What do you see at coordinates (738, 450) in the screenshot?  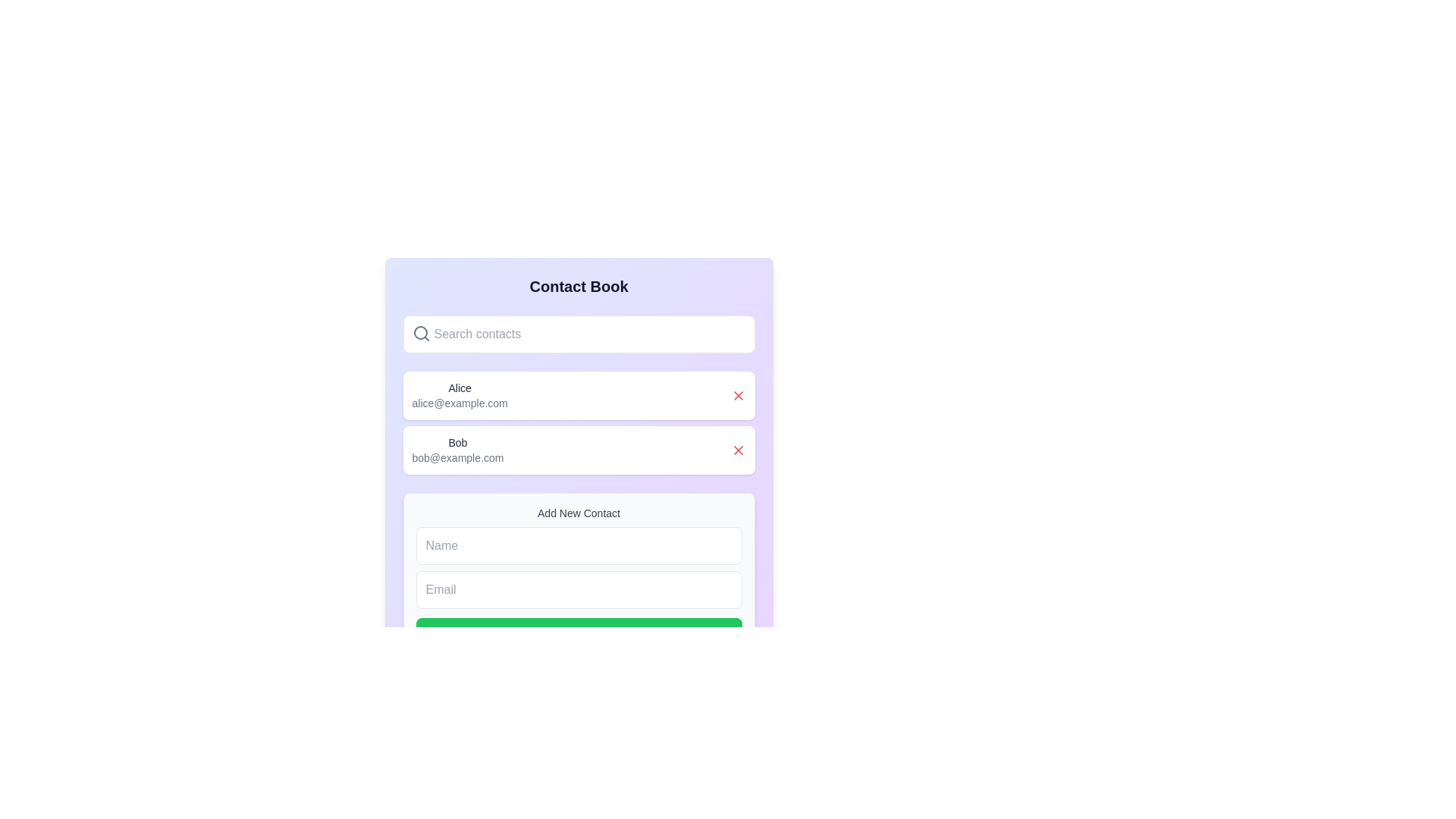 I see `the prominent red 'X' icon button` at bounding box center [738, 450].